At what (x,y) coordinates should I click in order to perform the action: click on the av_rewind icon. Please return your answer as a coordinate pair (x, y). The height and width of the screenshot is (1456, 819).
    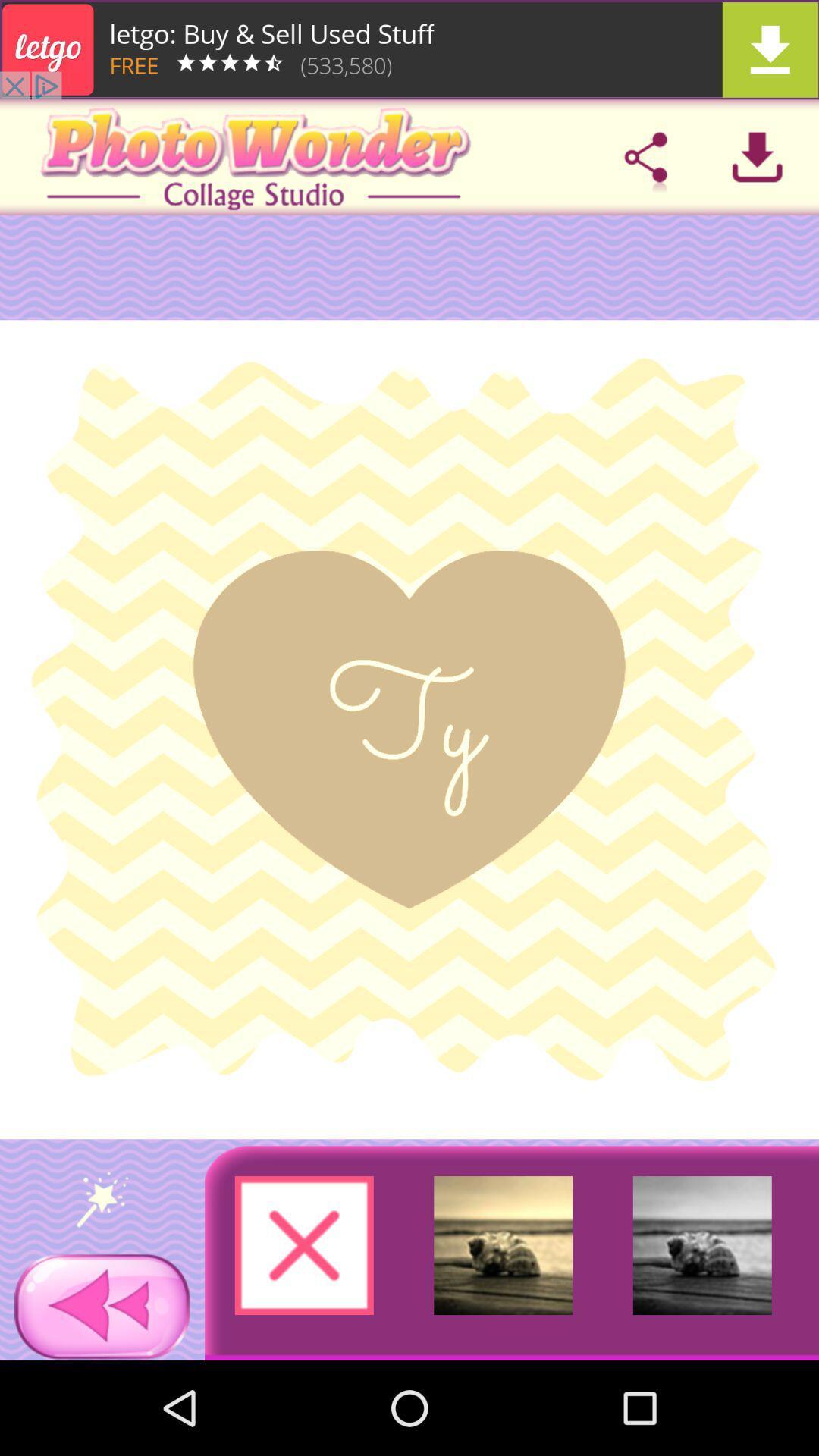
    Looking at the image, I should click on (102, 1306).